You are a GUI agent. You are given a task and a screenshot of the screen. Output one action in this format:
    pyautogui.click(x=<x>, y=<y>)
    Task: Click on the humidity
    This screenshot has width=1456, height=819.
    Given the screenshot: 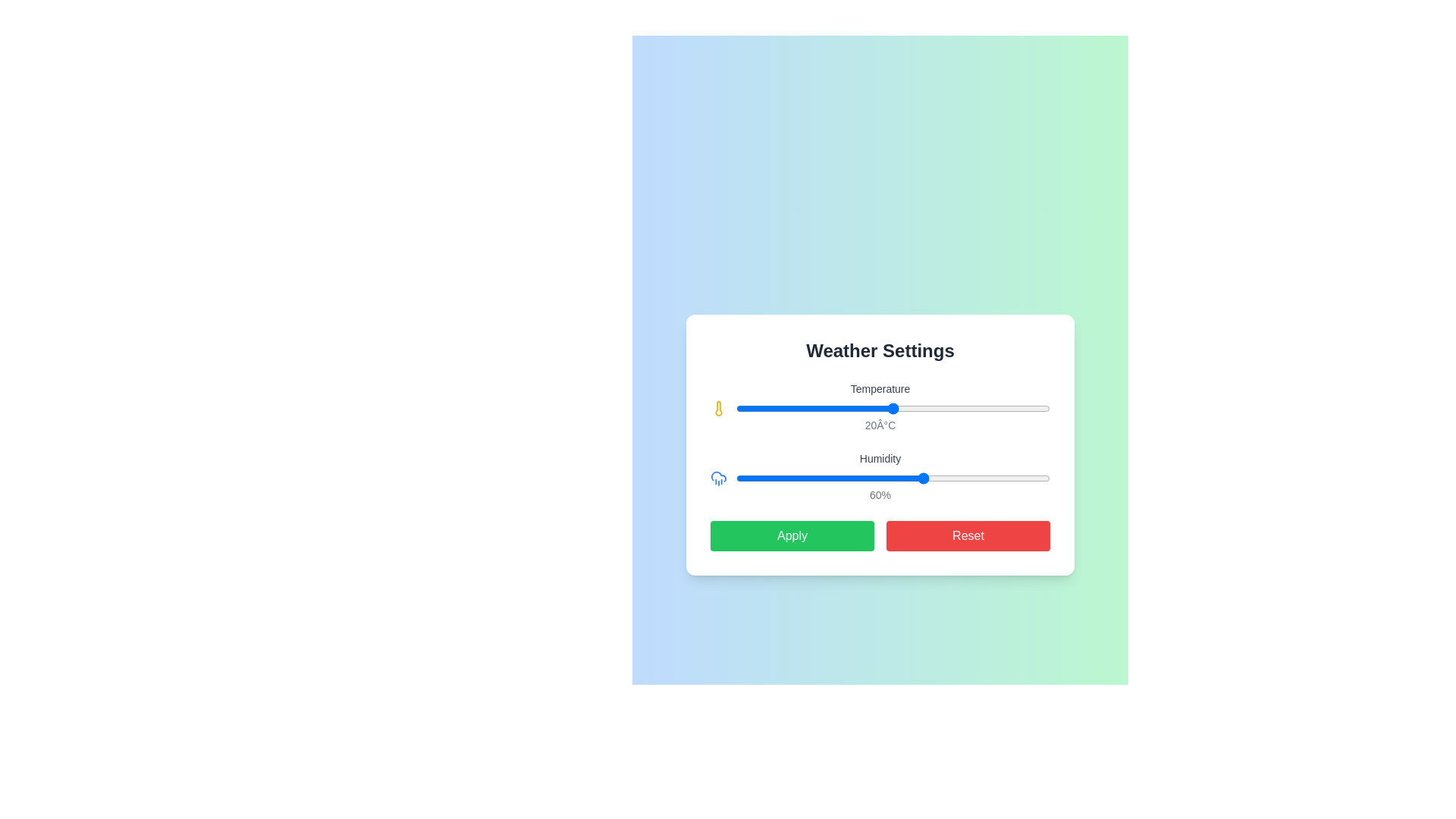 What is the action you would take?
    pyautogui.click(x=896, y=479)
    